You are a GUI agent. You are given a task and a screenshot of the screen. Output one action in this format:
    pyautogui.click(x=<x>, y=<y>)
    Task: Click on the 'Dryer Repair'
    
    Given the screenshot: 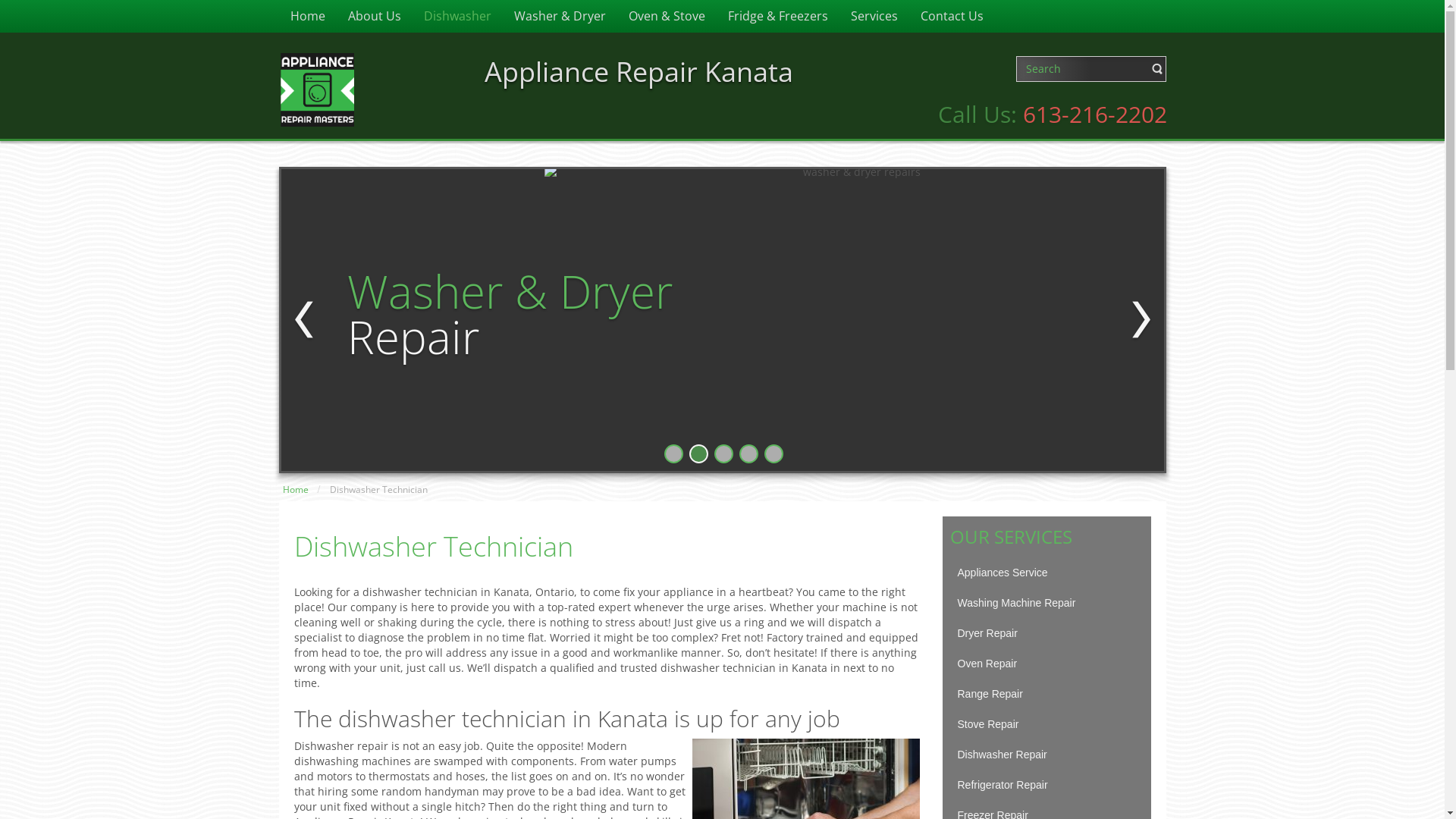 What is the action you would take?
    pyautogui.click(x=1045, y=632)
    